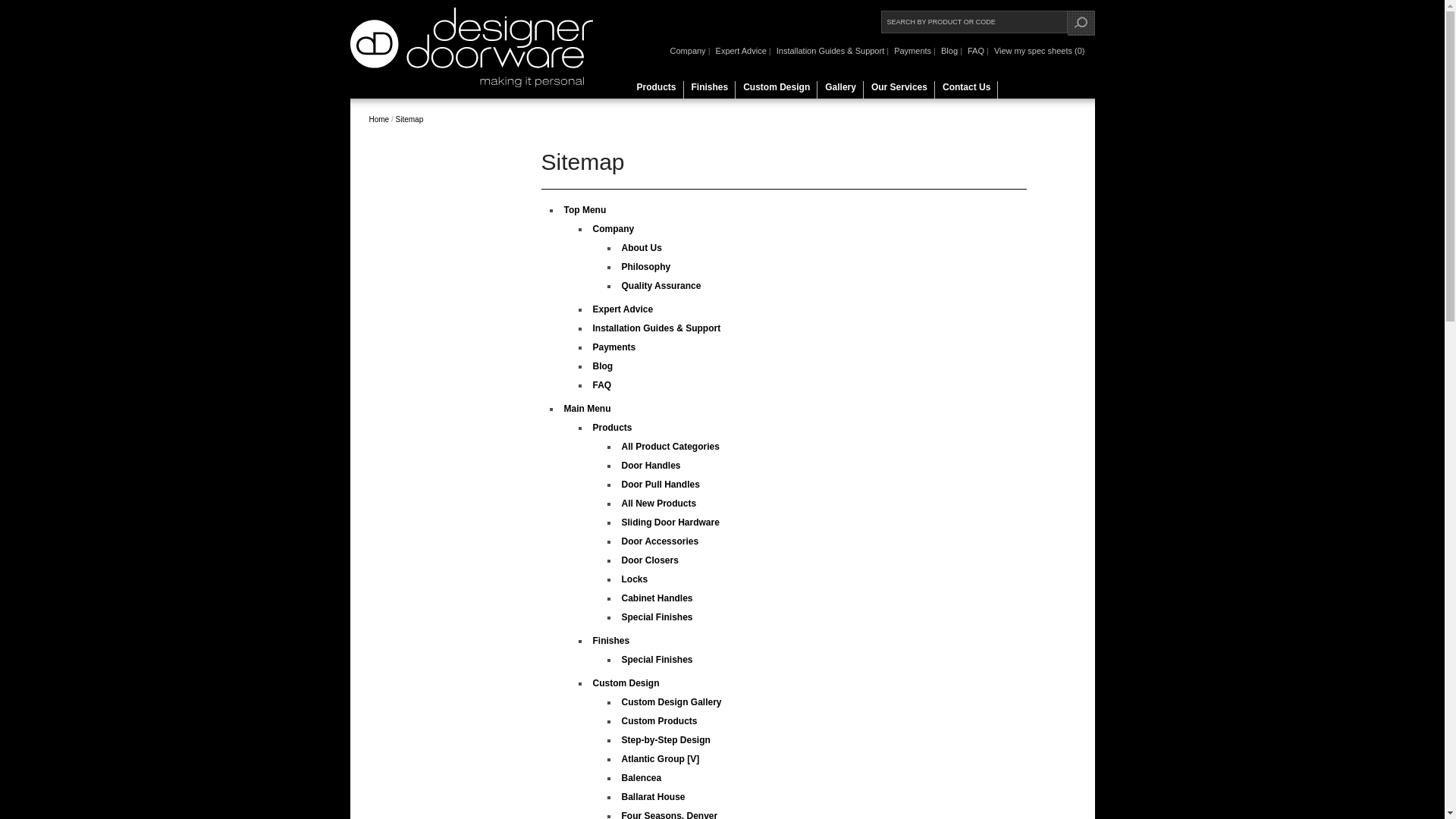 Image resolution: width=1456 pixels, height=819 pixels. What do you see at coordinates (659, 720) in the screenshot?
I see `'Custom Products'` at bounding box center [659, 720].